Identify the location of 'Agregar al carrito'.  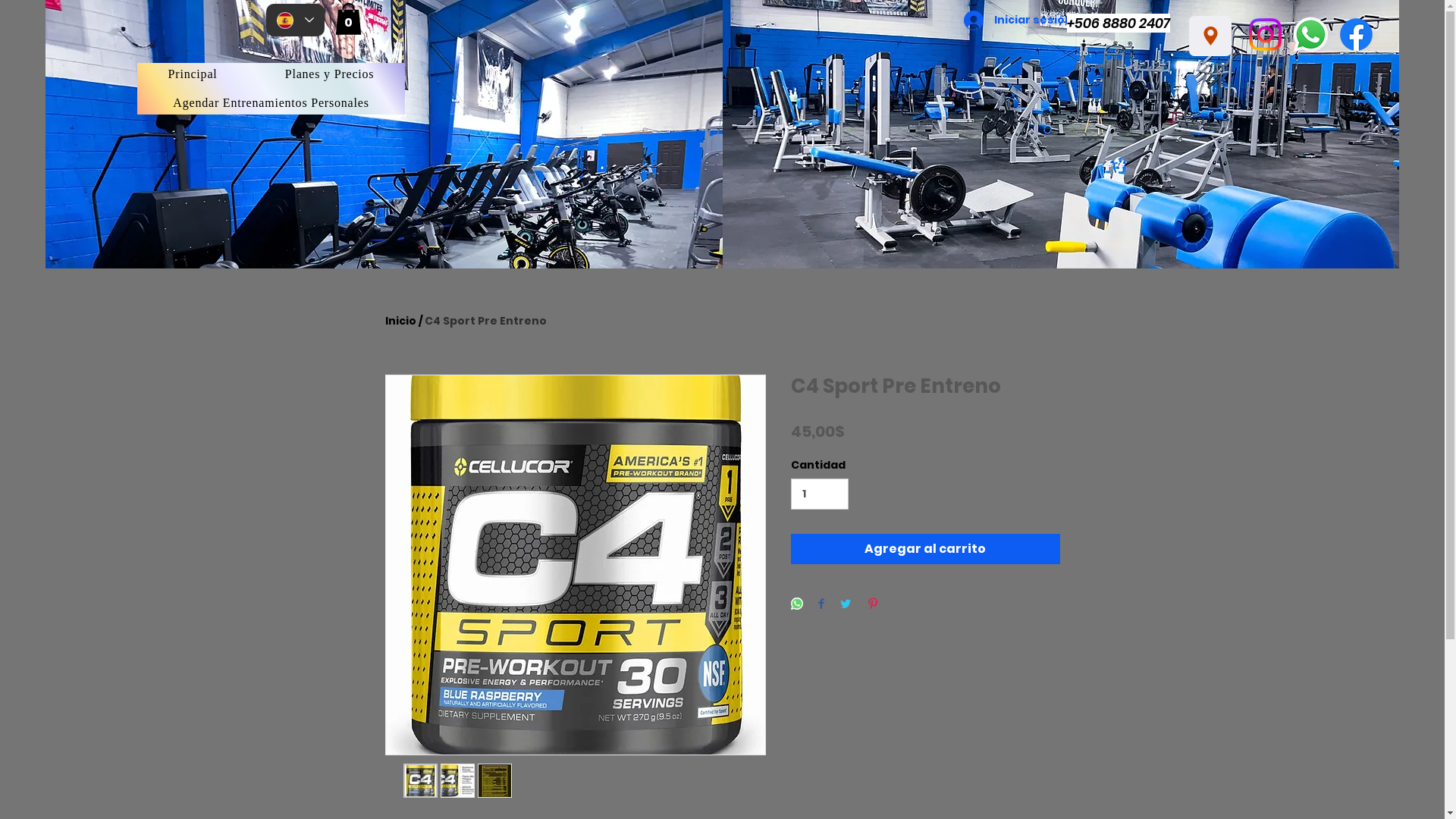
(924, 549).